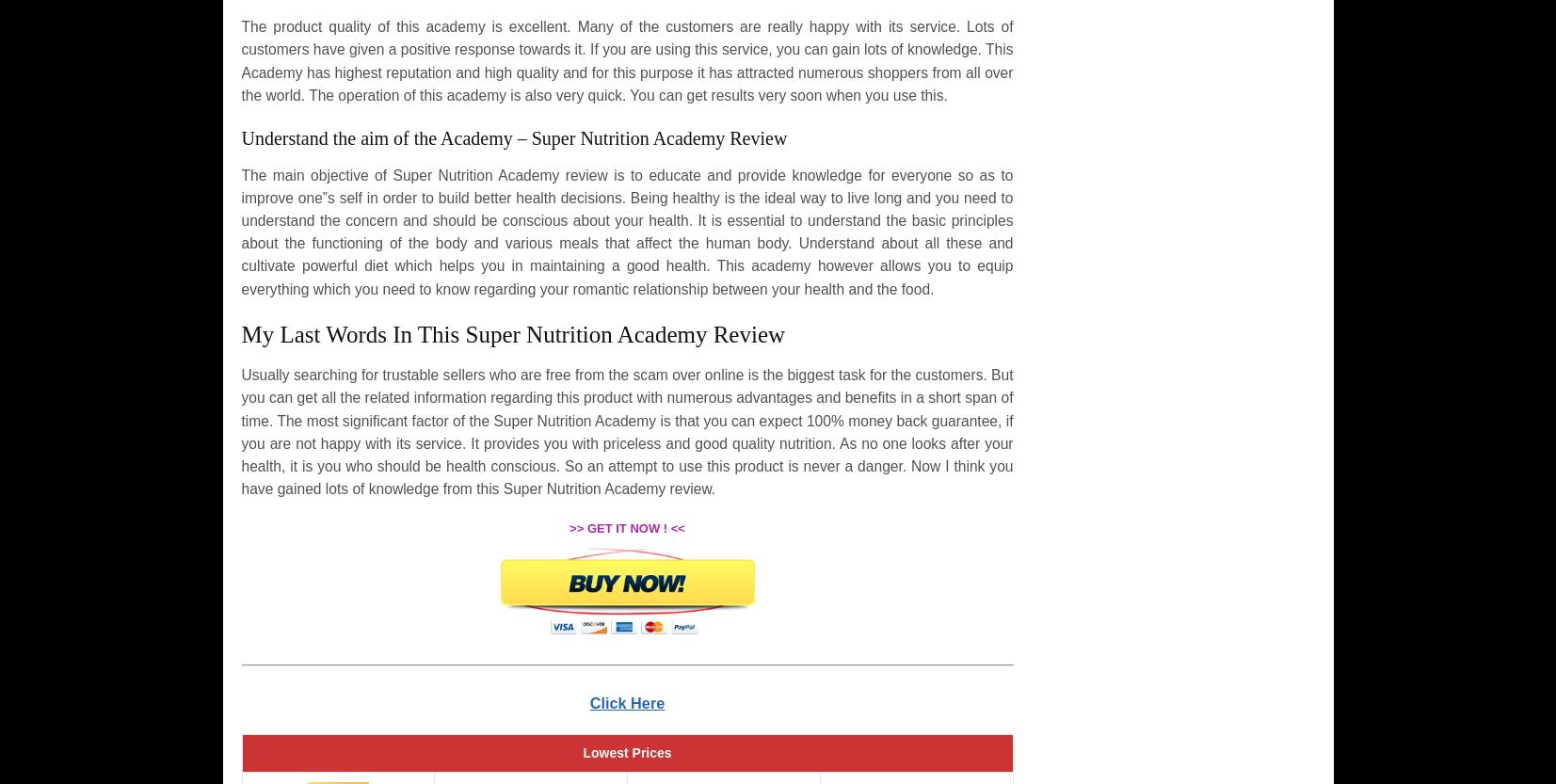 The height and width of the screenshot is (784, 1556). Describe the element at coordinates (512, 137) in the screenshot. I see `'Understand the aim of the Academy – Super Nutrition Academy Review'` at that location.